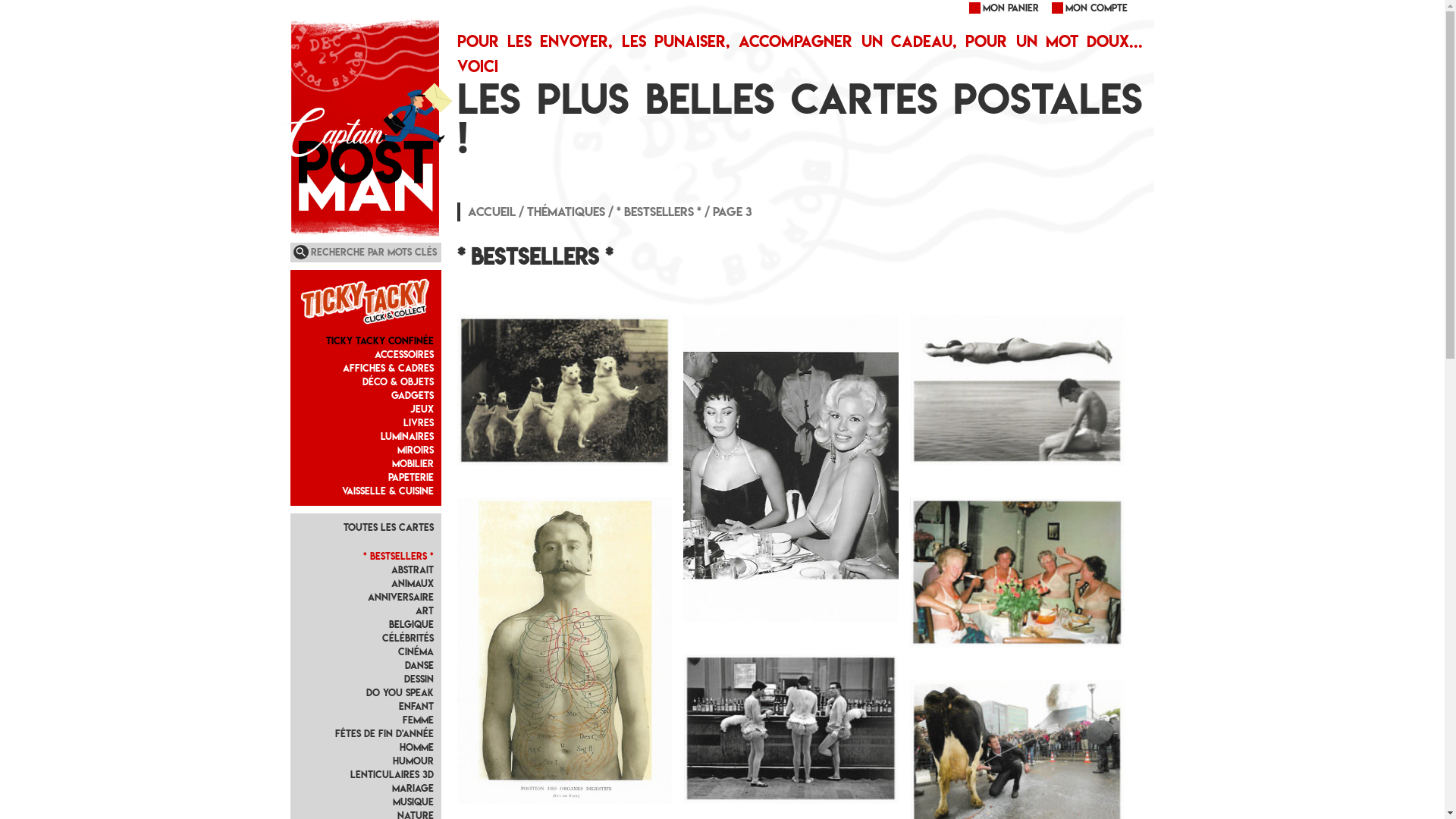 The width and height of the screenshot is (1456, 819). Describe the element at coordinates (290, 51) in the screenshot. I see `'Captain postman Belgique'` at that location.